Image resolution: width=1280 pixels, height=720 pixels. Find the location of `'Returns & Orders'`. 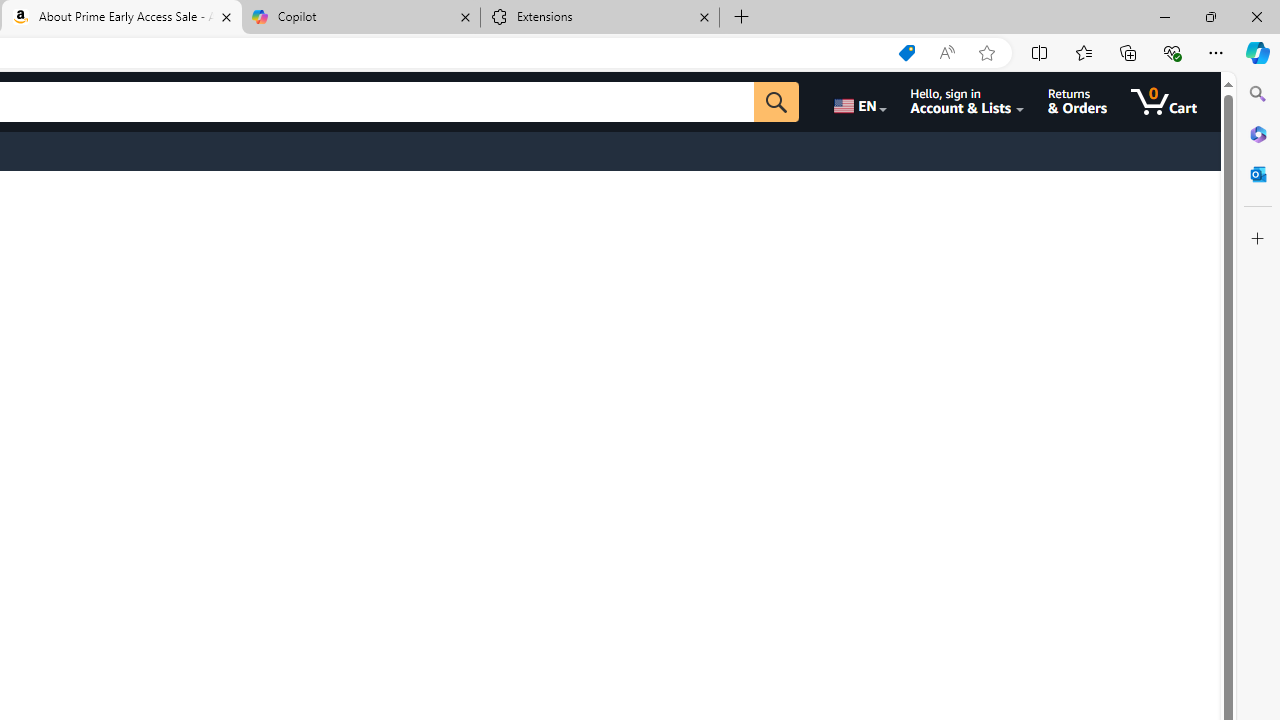

'Returns & Orders' is located at coordinates (1076, 101).